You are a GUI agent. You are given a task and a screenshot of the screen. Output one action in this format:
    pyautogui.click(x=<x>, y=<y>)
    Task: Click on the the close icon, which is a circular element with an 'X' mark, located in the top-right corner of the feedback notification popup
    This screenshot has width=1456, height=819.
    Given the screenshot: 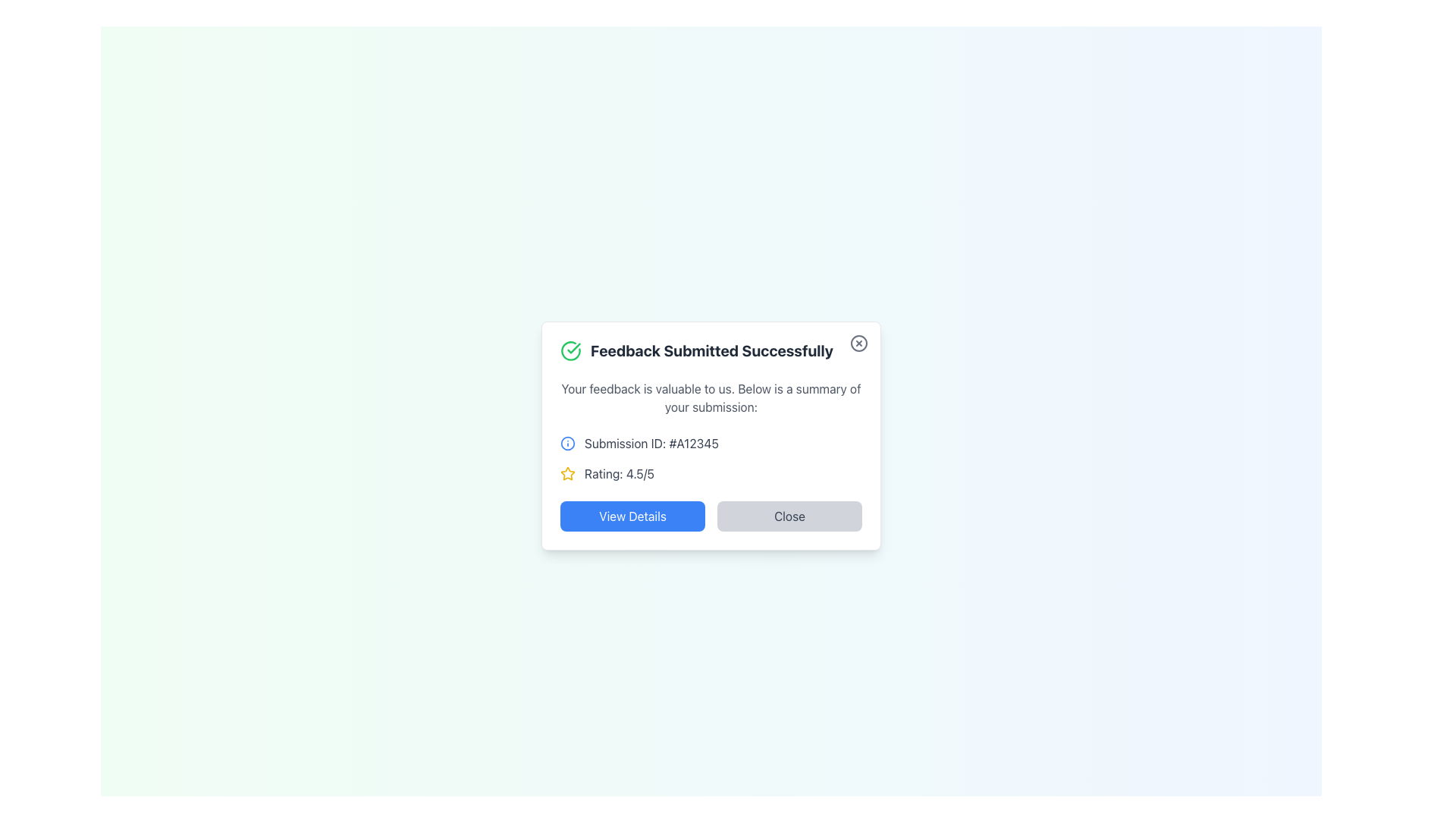 What is the action you would take?
    pyautogui.click(x=858, y=343)
    